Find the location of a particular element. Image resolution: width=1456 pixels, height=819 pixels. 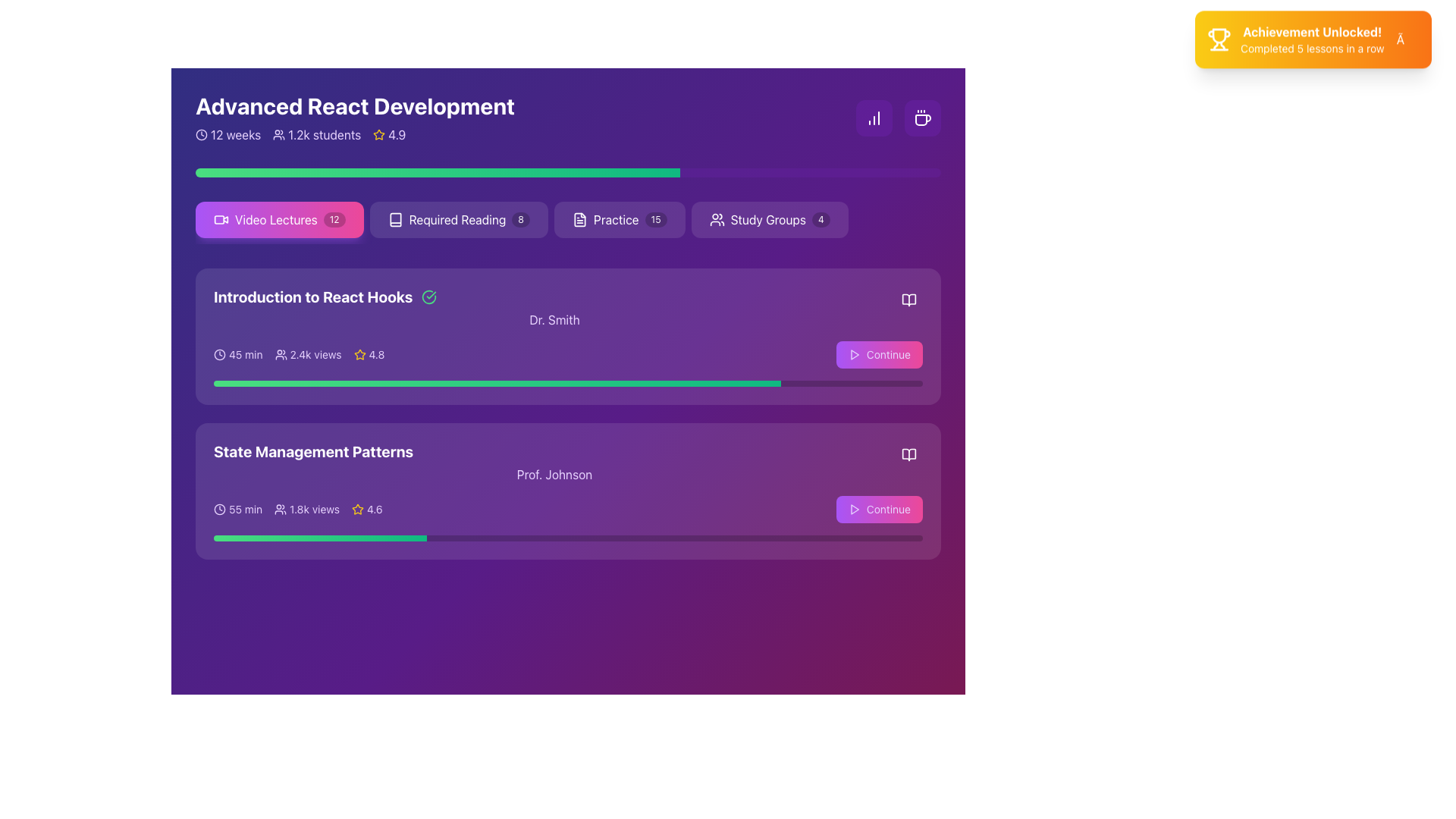

the analytics icon located in the top-right corner of the section is located at coordinates (874, 117).